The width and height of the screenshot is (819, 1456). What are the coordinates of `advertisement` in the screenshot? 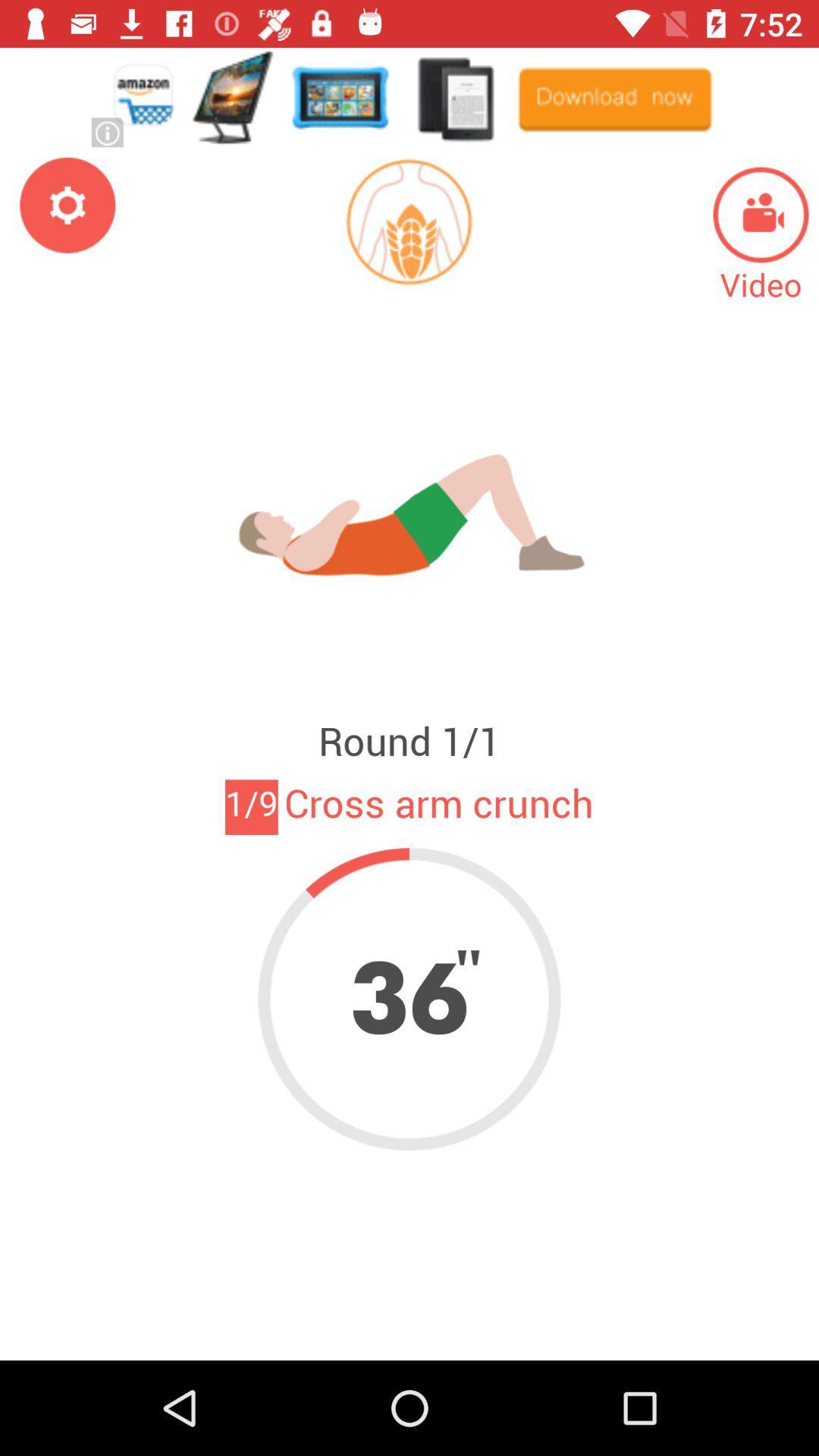 It's located at (409, 96).